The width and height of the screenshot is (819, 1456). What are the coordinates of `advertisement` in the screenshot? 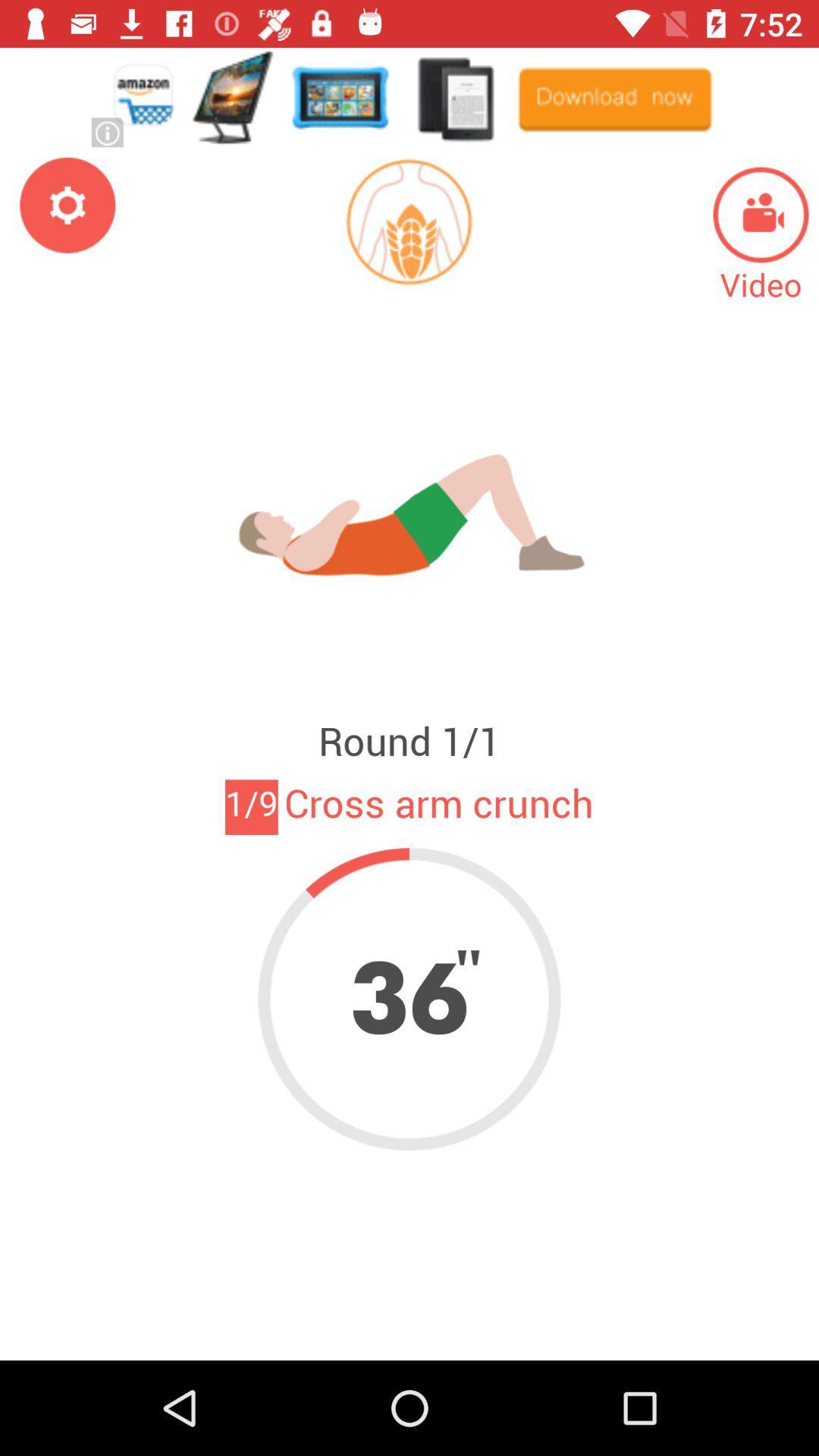 It's located at (409, 96).